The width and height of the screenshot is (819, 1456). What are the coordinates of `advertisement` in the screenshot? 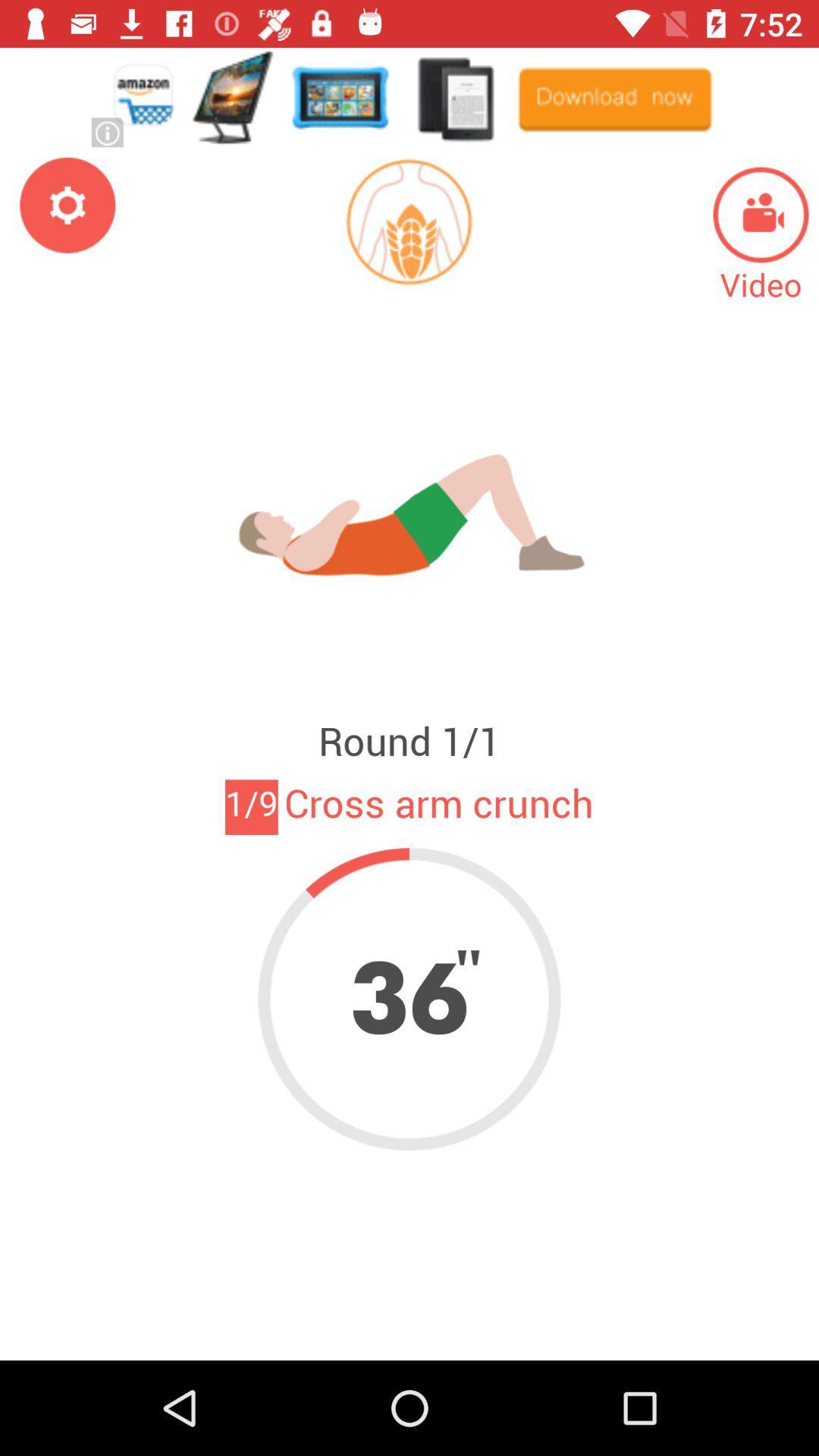 It's located at (409, 96).